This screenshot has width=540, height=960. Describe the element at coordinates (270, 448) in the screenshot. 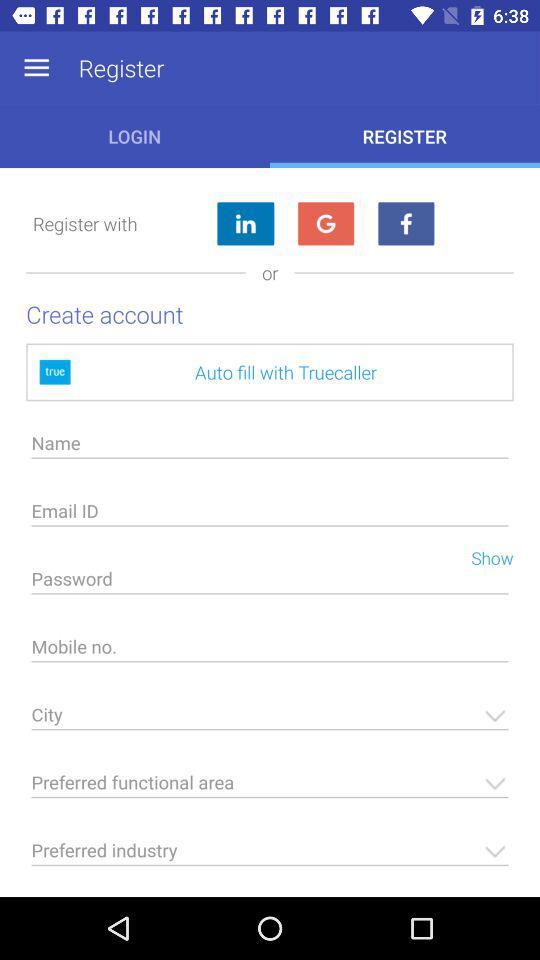

I see `icon below the auto fill with item` at that location.